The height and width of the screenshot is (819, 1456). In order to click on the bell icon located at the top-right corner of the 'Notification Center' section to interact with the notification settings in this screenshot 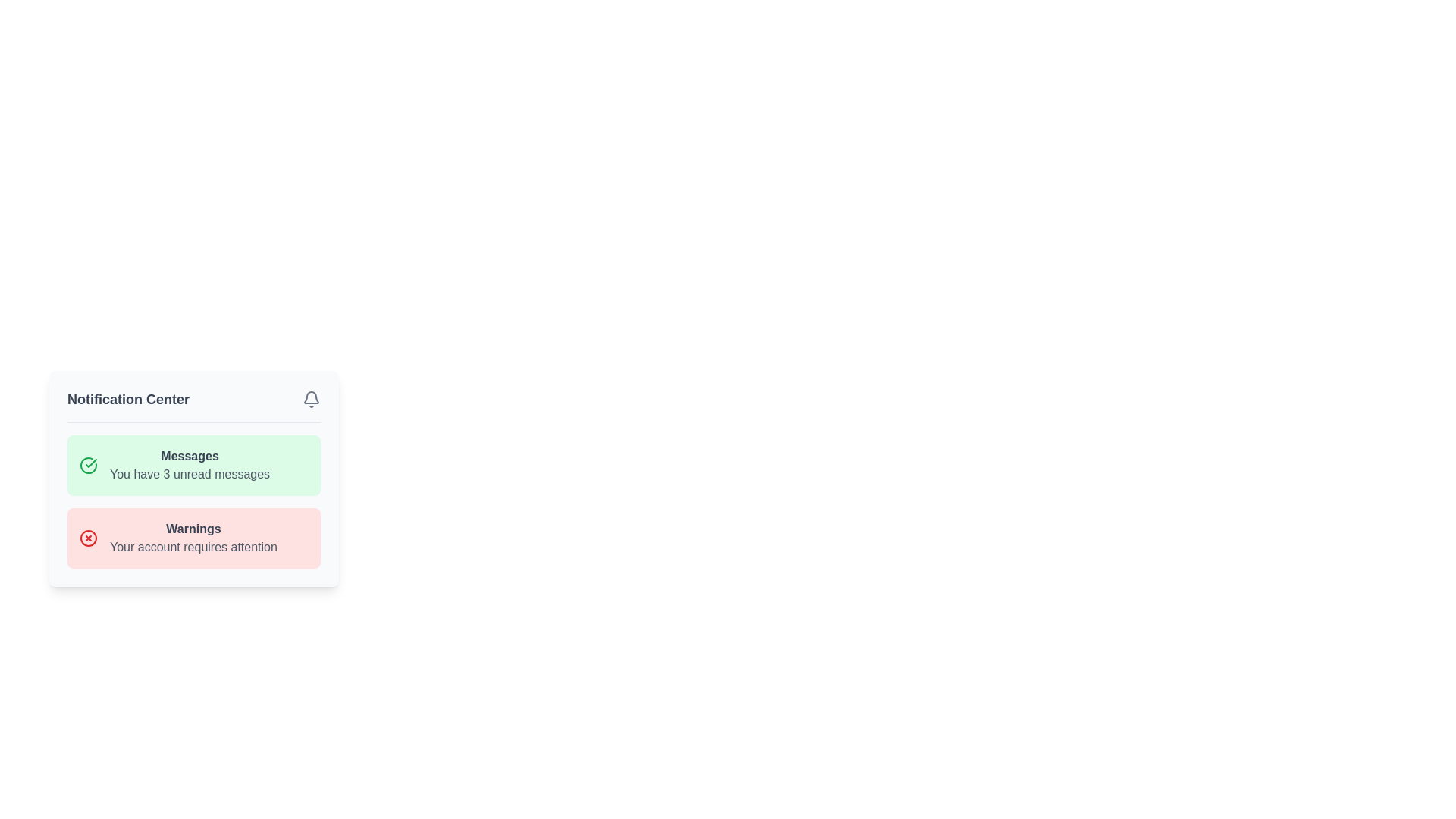, I will do `click(311, 399)`.